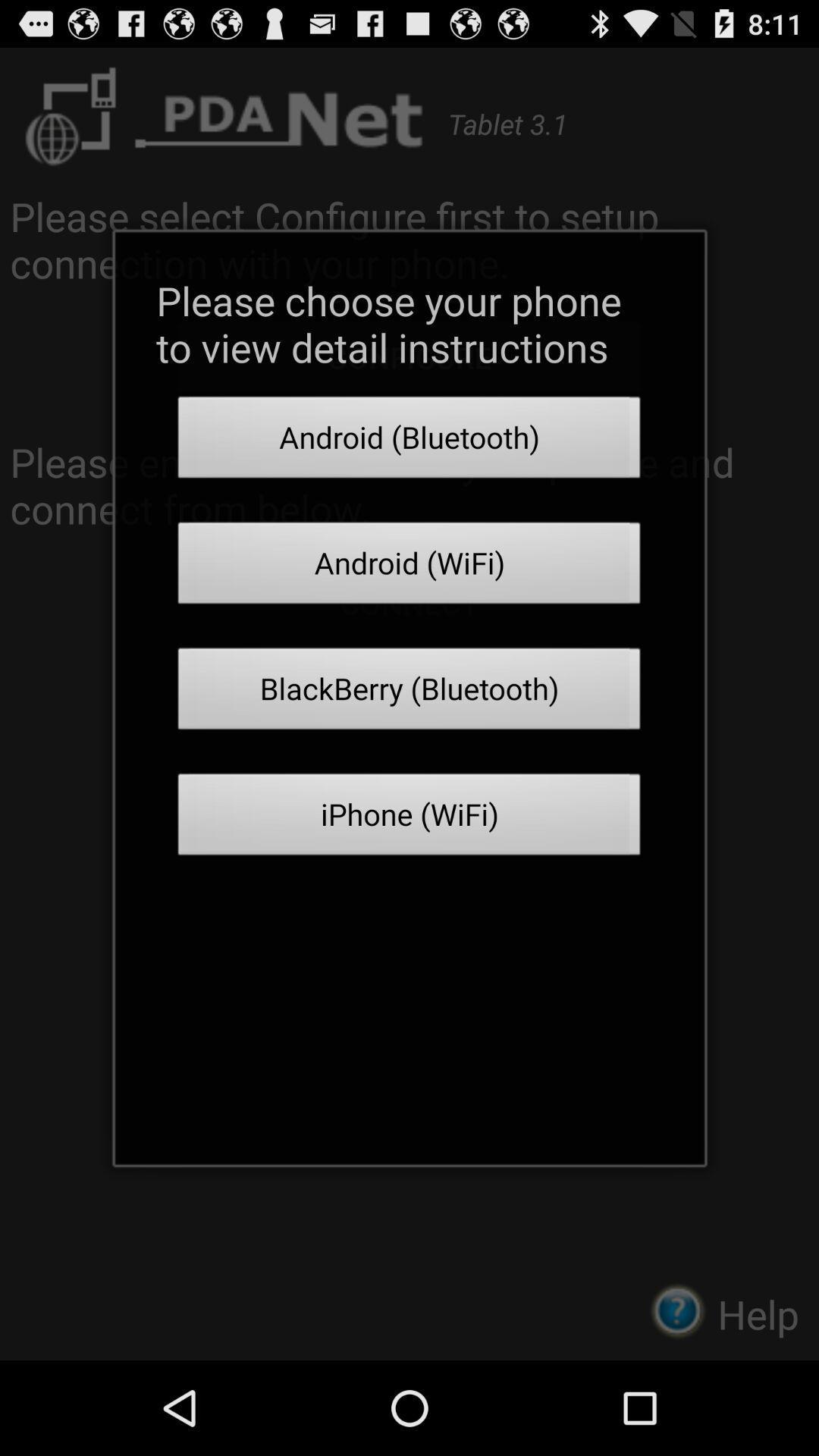 The height and width of the screenshot is (1456, 819). Describe the element at coordinates (409, 818) in the screenshot. I see `button below blackberry (bluetooth) item` at that location.